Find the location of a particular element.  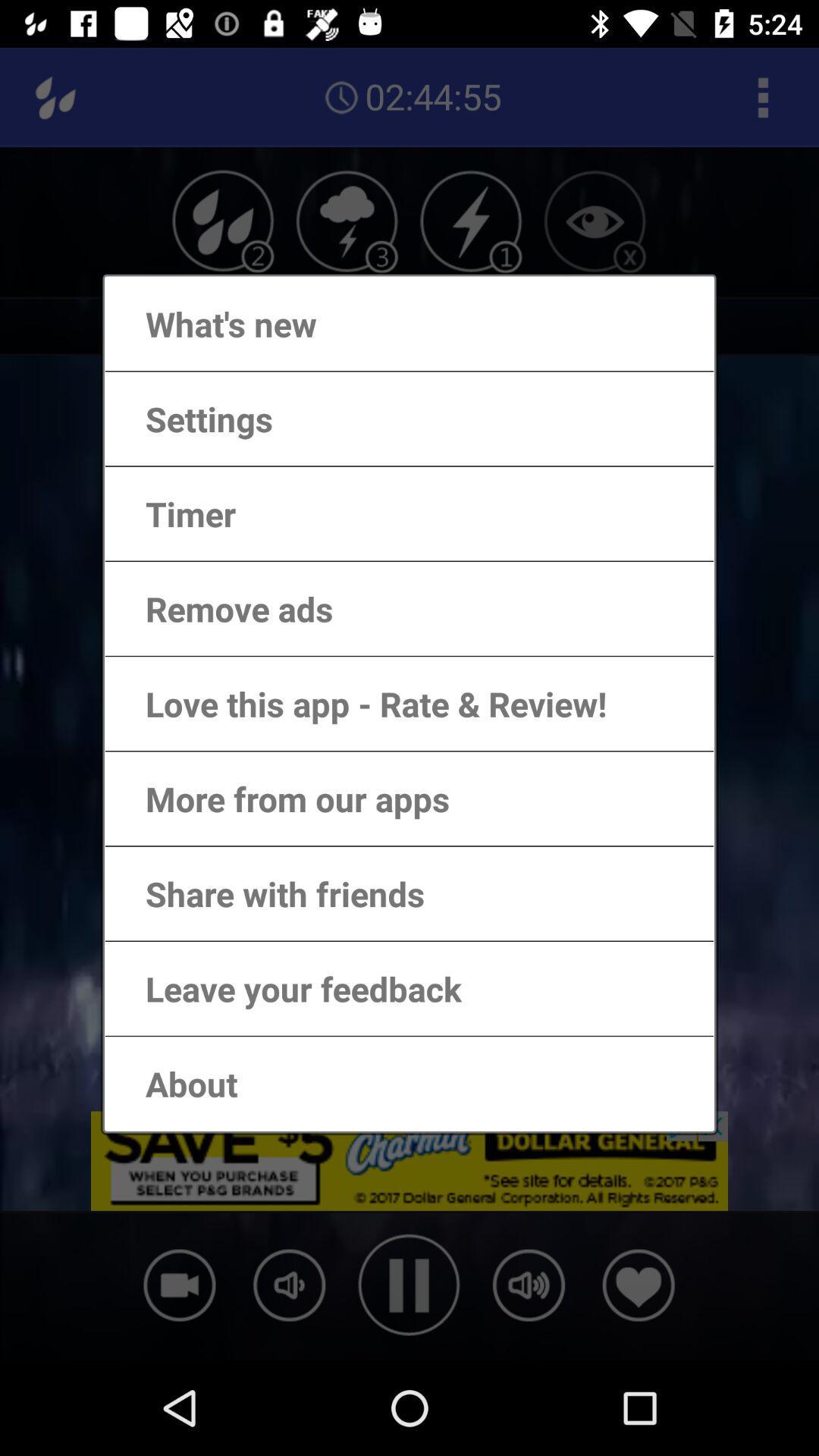

what's new app is located at coordinates (216, 323).